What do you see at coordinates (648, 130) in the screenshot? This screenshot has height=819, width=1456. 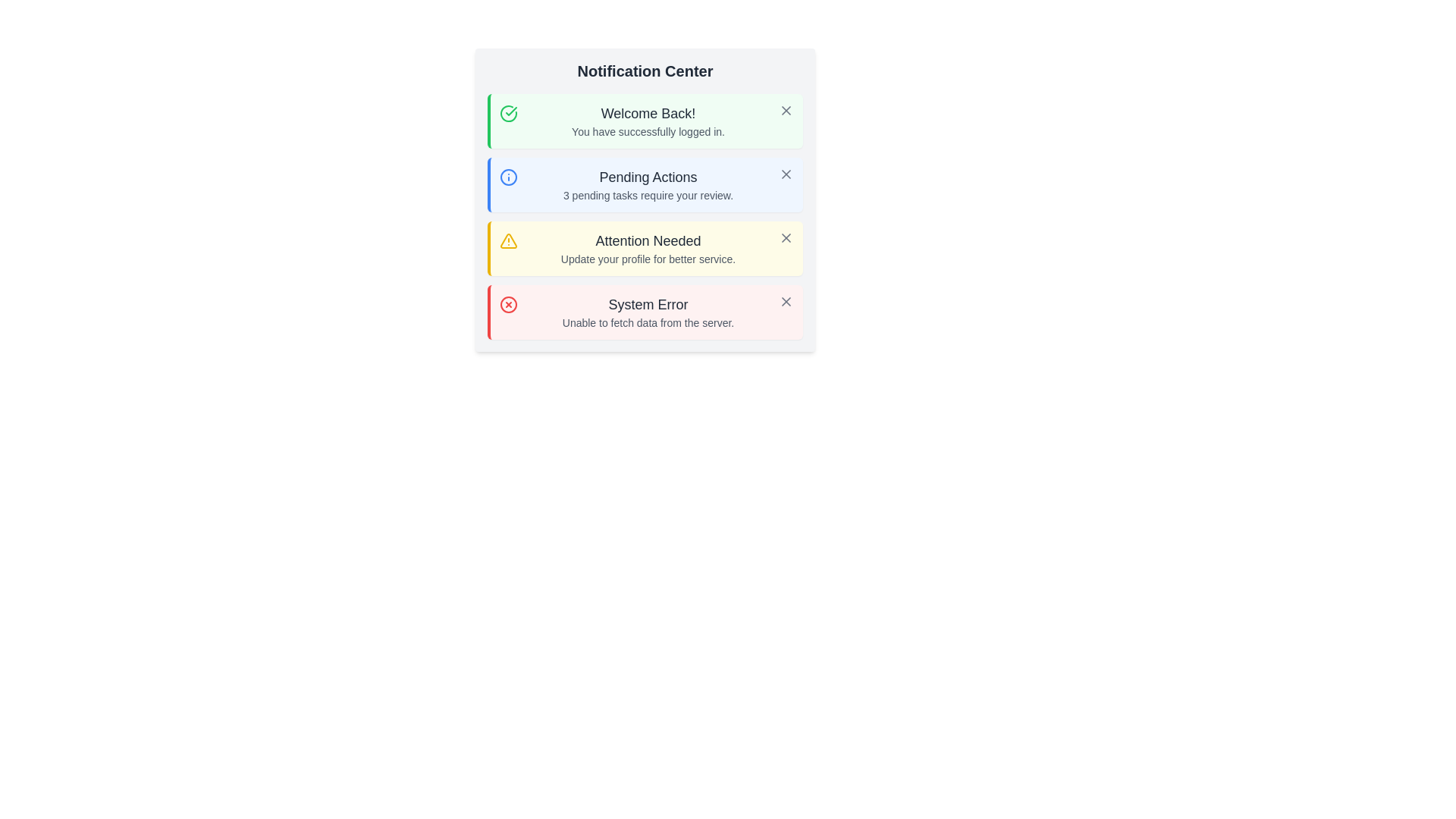 I see `the static text that indicates a successful login event, which is positioned under the 'Welcome Back!' header in the green notification panel` at bounding box center [648, 130].